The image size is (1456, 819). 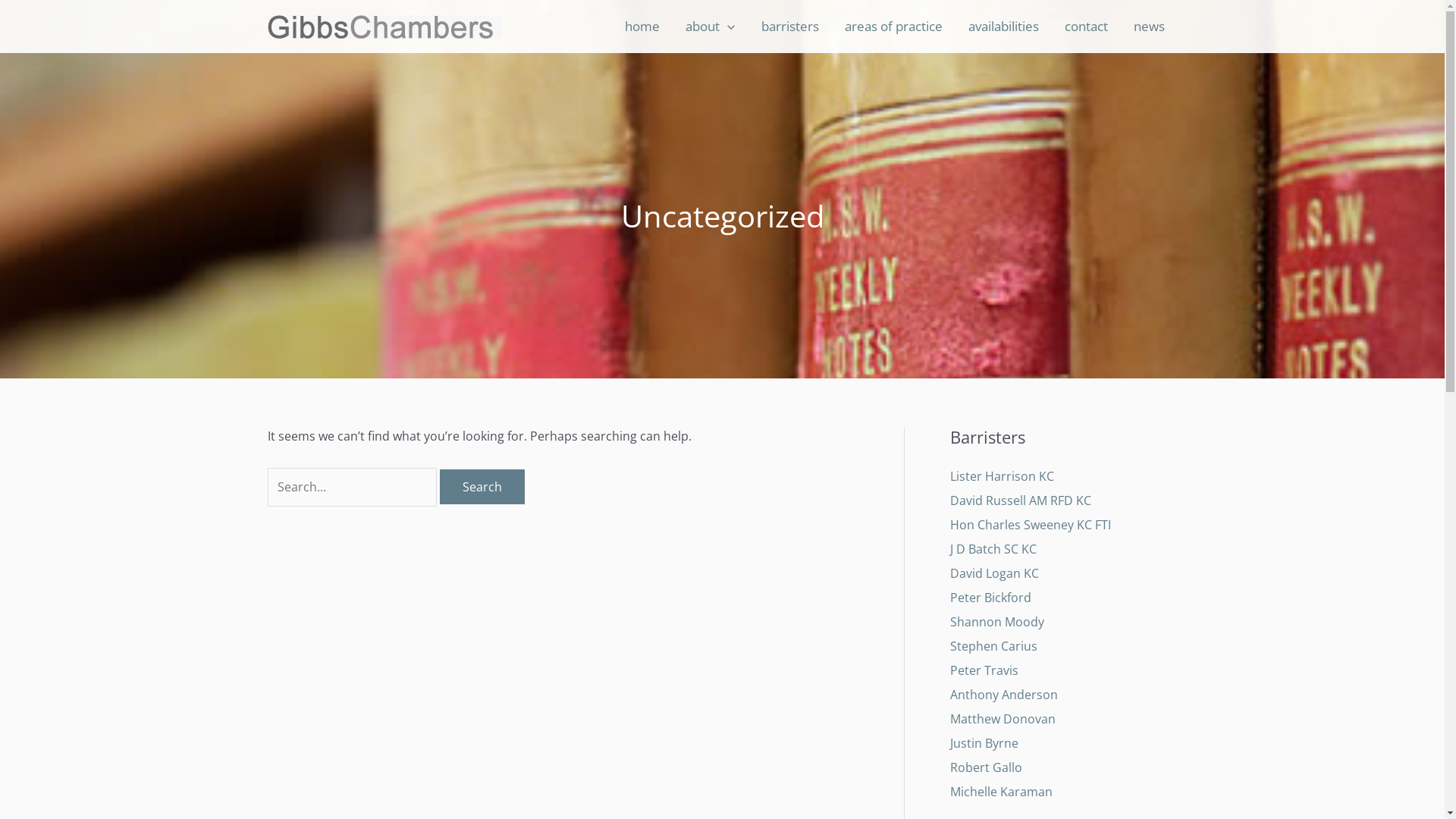 What do you see at coordinates (1001, 475) in the screenshot?
I see `'Lister Harrison KC'` at bounding box center [1001, 475].